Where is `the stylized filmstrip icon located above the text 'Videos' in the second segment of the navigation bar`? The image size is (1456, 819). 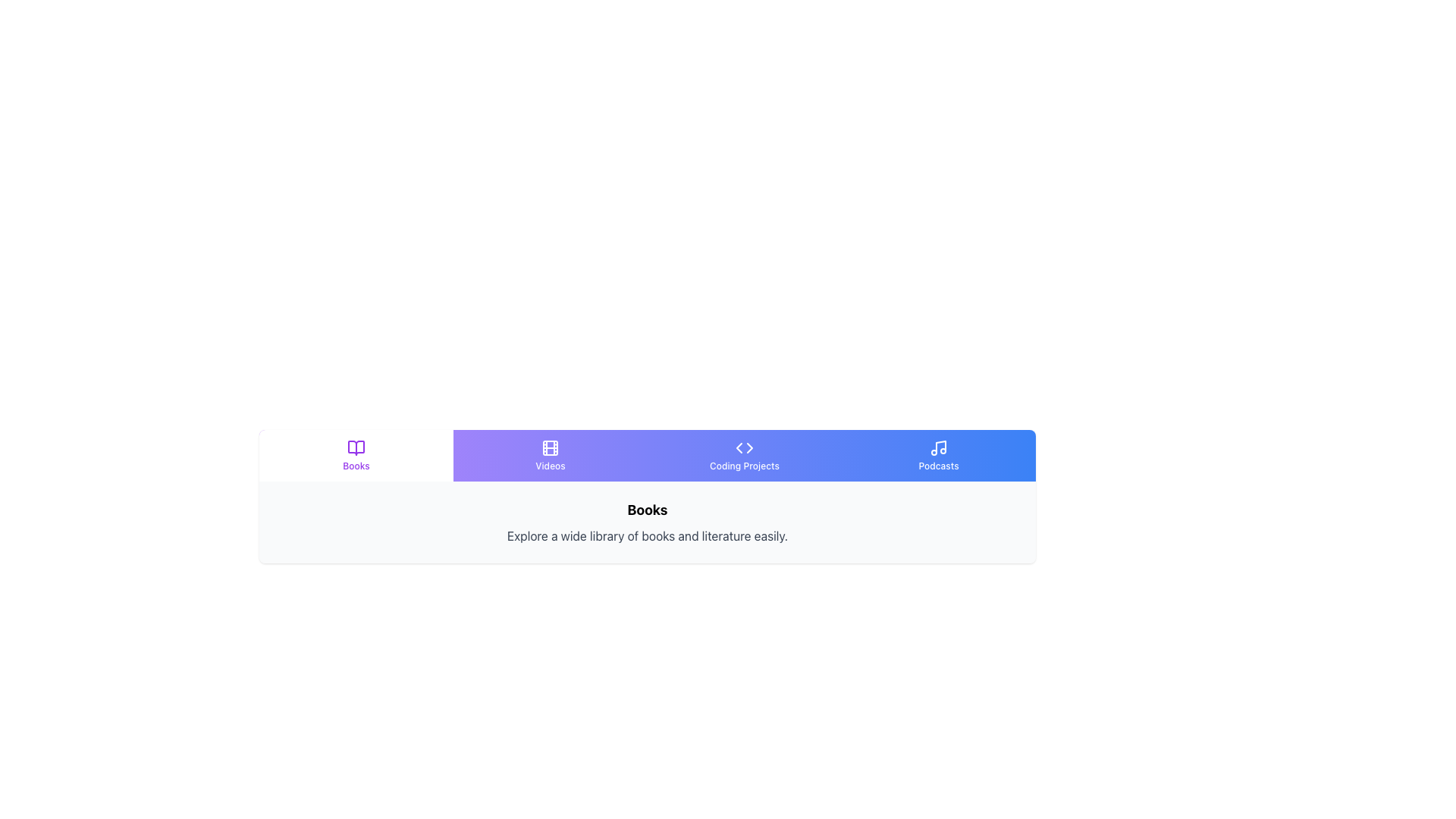 the stylized filmstrip icon located above the text 'Videos' in the second segment of the navigation bar is located at coordinates (549, 447).